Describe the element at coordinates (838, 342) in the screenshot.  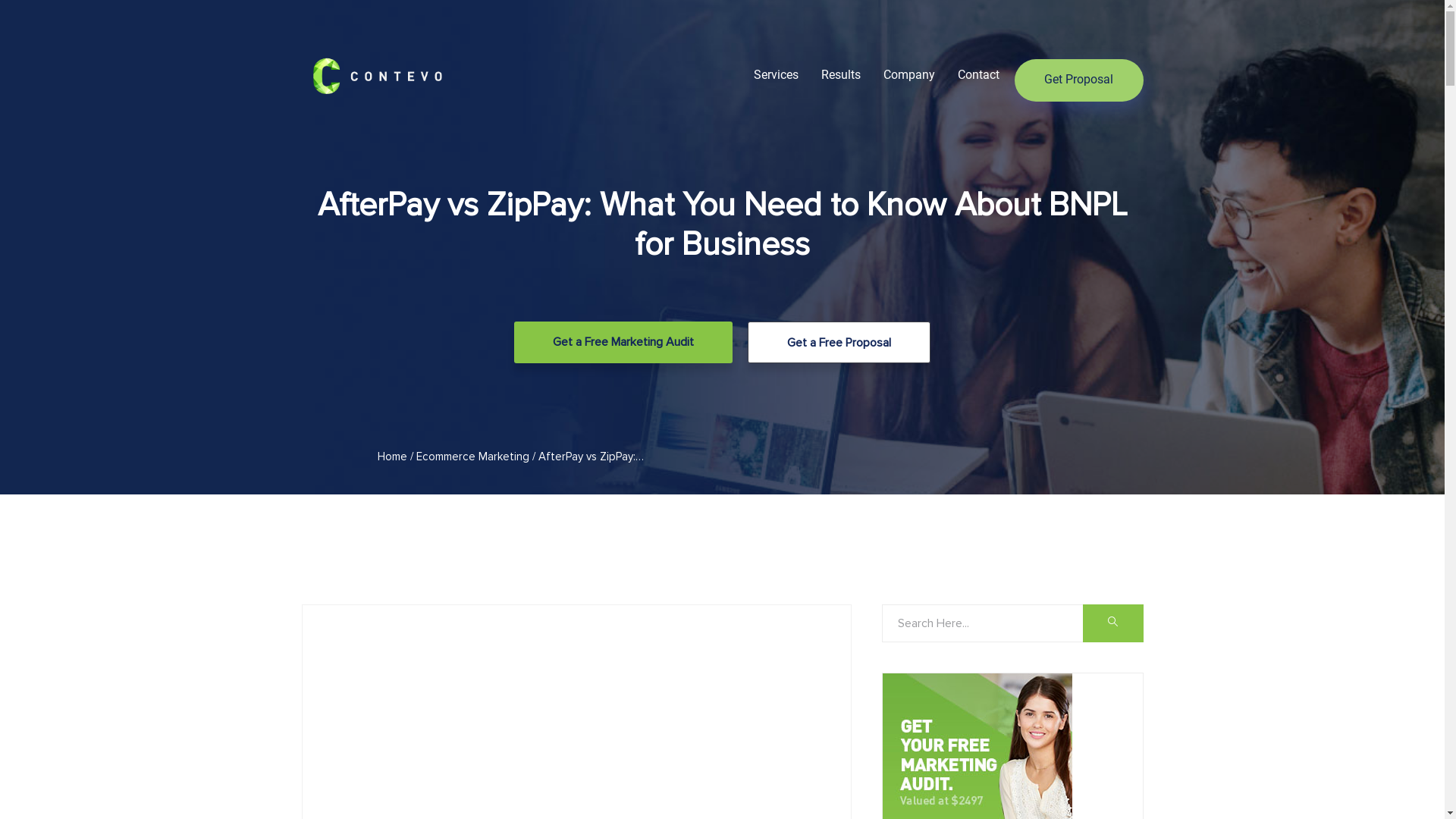
I see `'Get a Free Proposal'` at that location.